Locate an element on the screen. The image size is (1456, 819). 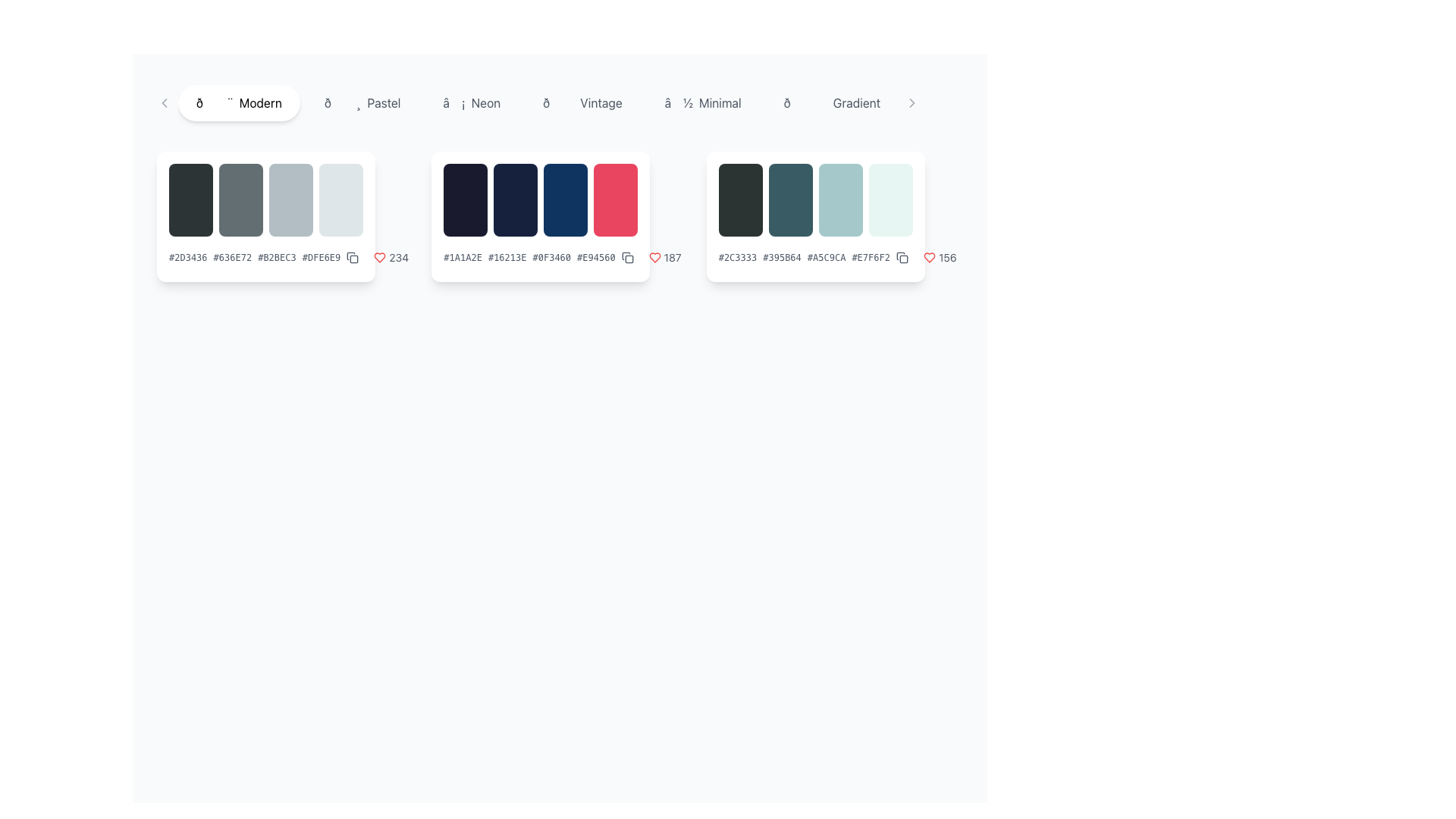
the specific tag in the horizontal Navigation bar, which contains emoji characters and is styled with rounded borders and a light background is located at coordinates (538, 102).